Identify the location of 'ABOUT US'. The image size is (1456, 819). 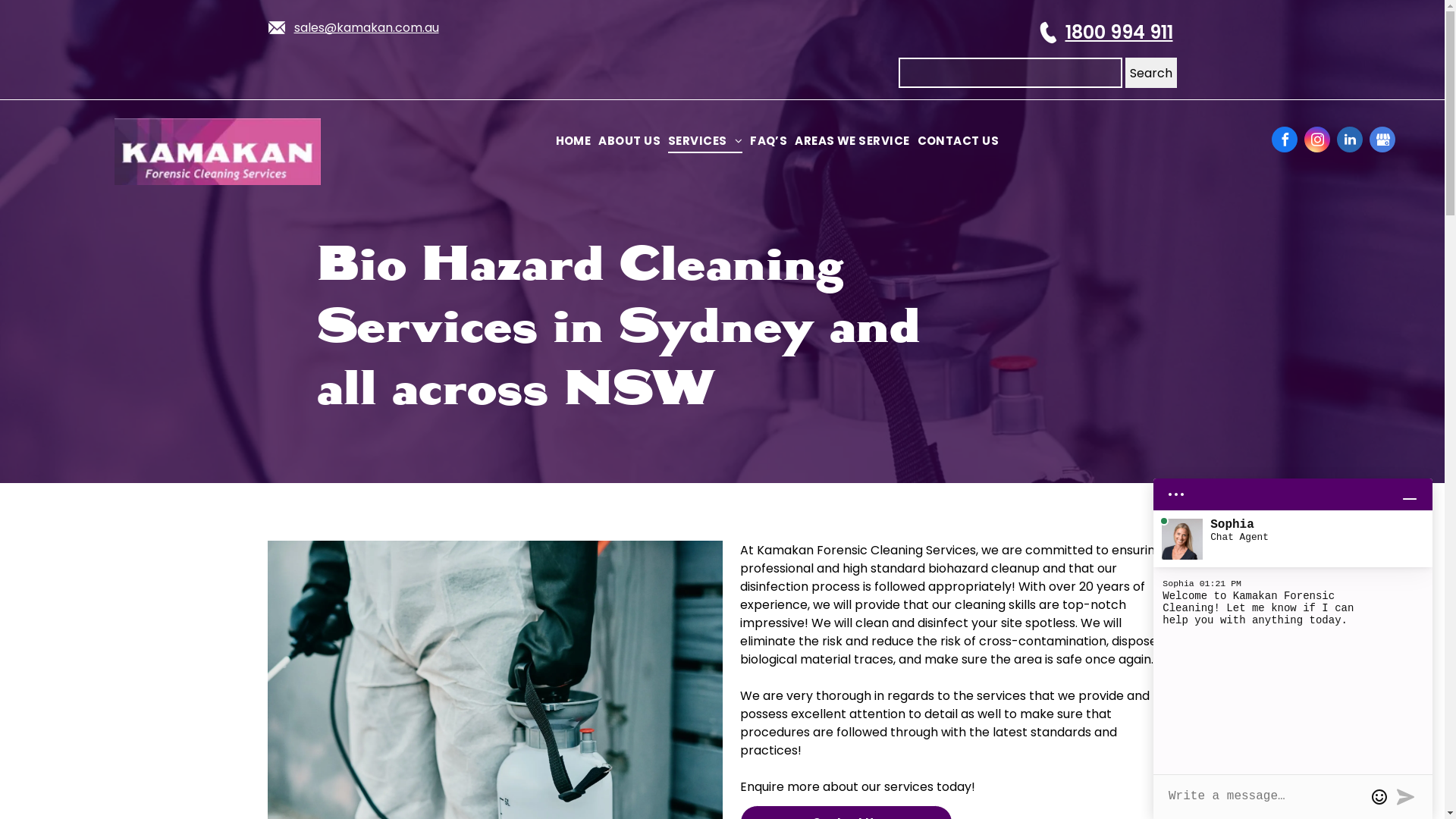
(629, 141).